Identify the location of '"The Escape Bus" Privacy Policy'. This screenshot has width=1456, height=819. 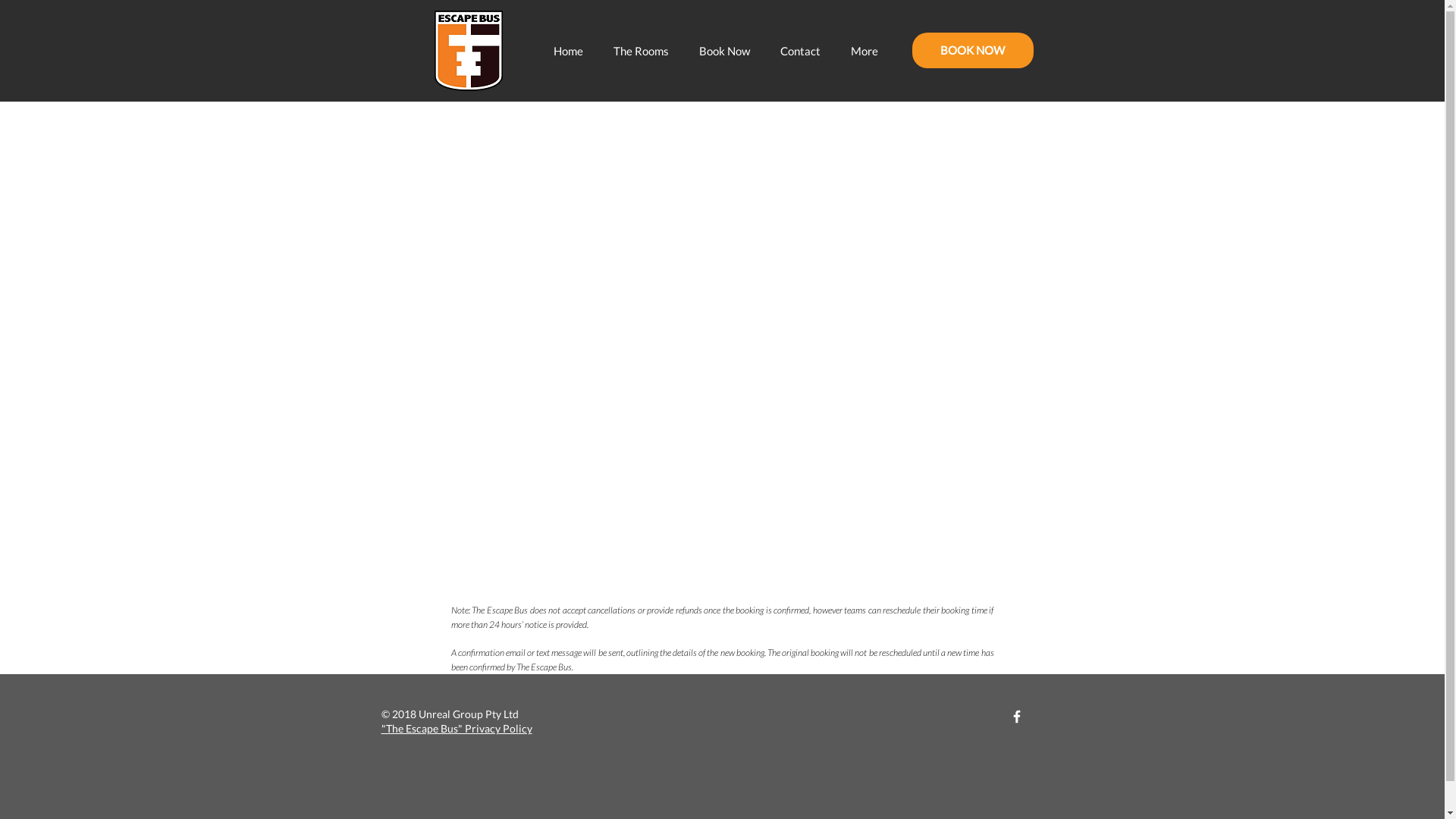
(455, 727).